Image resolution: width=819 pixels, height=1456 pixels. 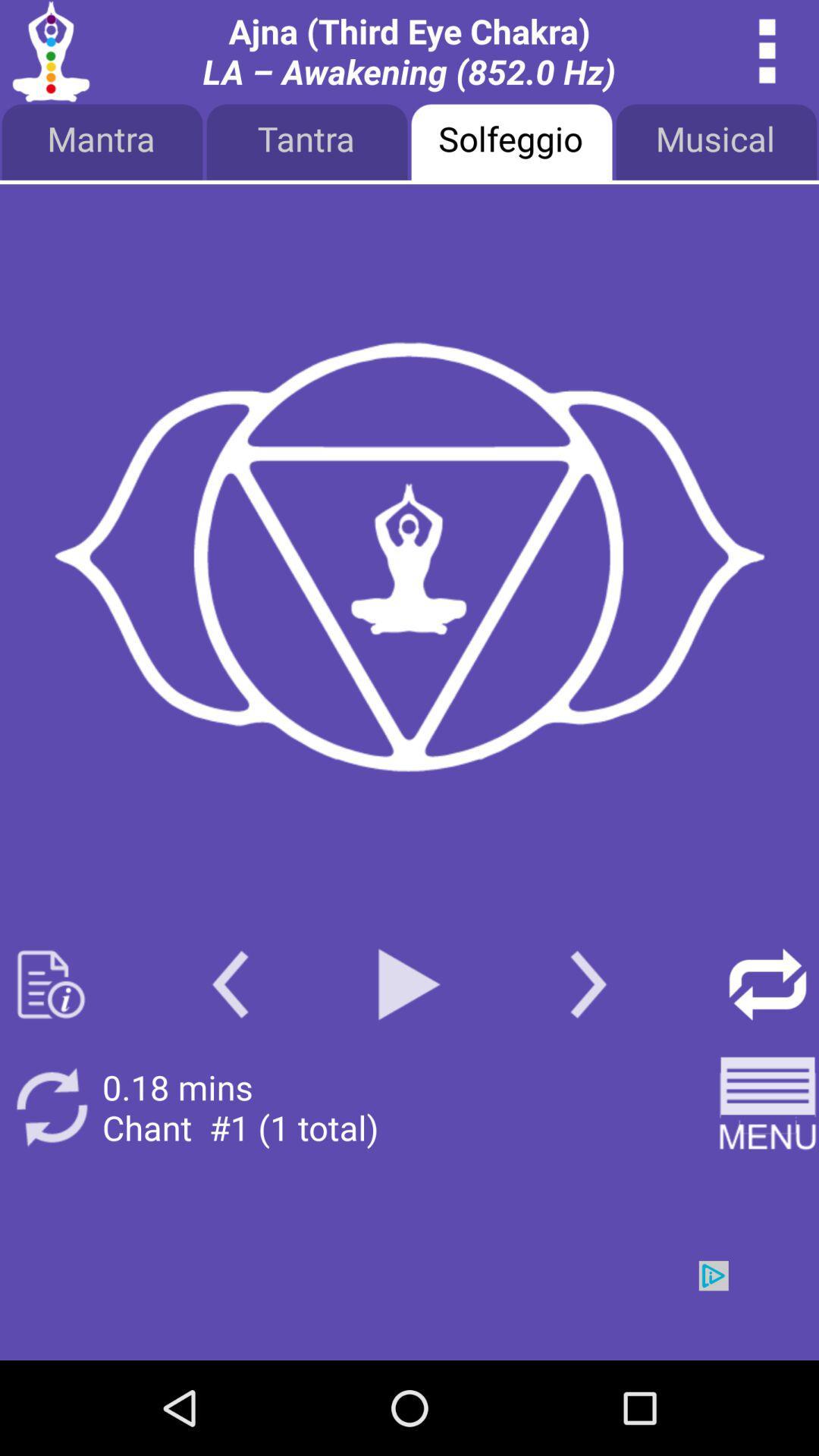 I want to click on repeat, so click(x=50, y=1107).